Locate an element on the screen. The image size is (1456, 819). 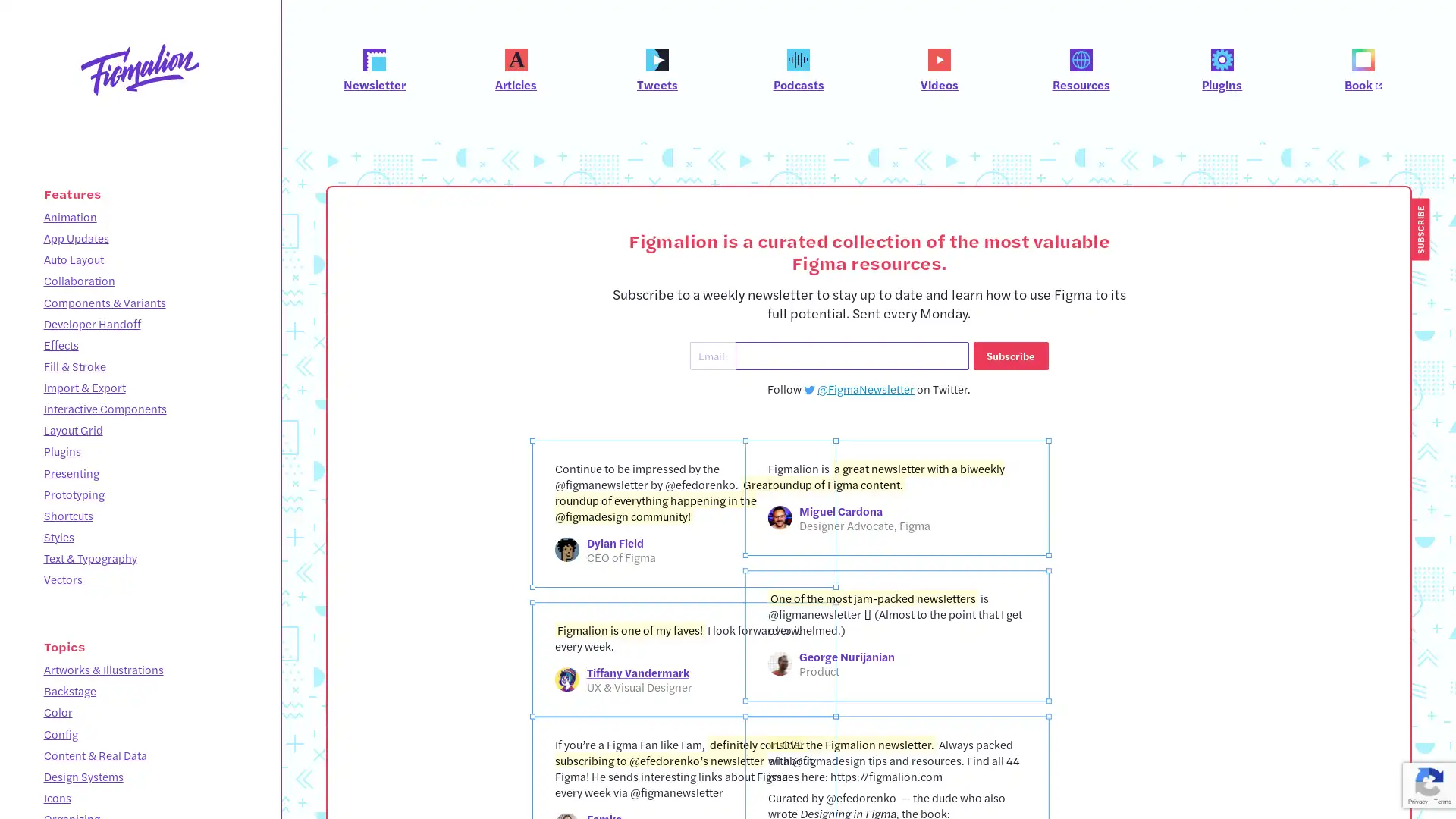
Subscribe is located at coordinates (1010, 356).